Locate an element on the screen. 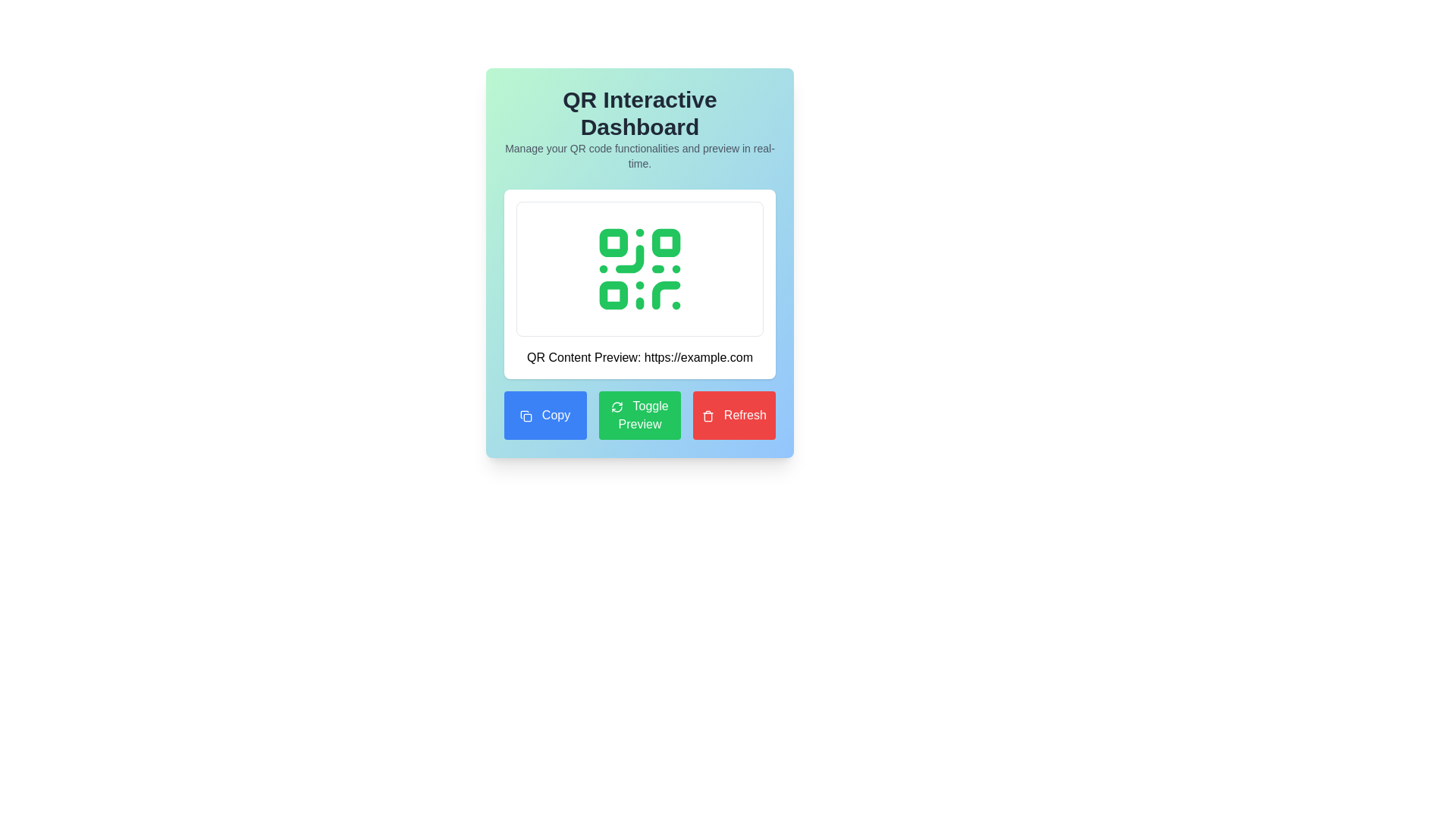  the middle button that toggles or previews the QR code functionality in the interactive dashboard is located at coordinates (640, 415).